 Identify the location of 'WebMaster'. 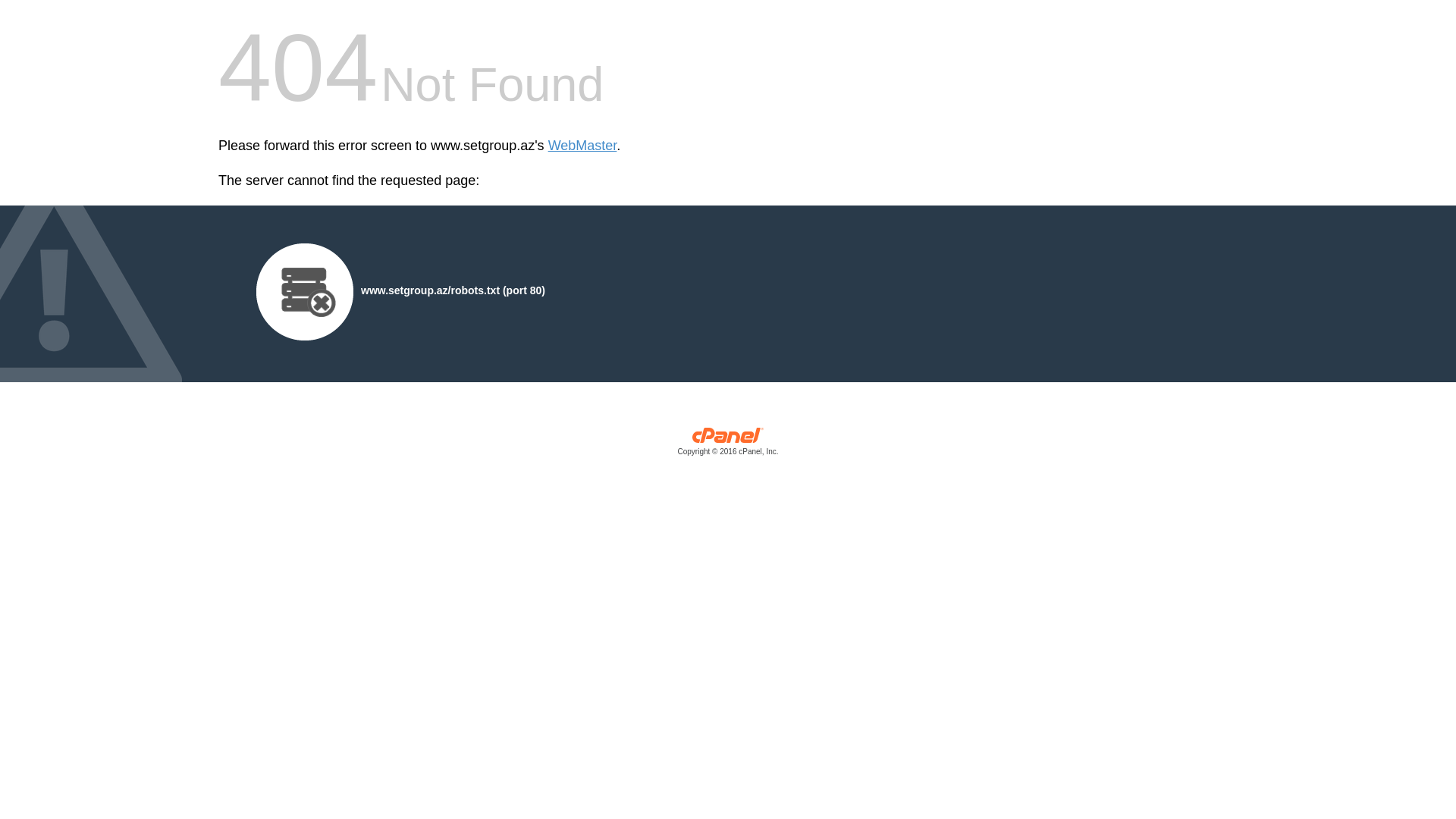
(582, 146).